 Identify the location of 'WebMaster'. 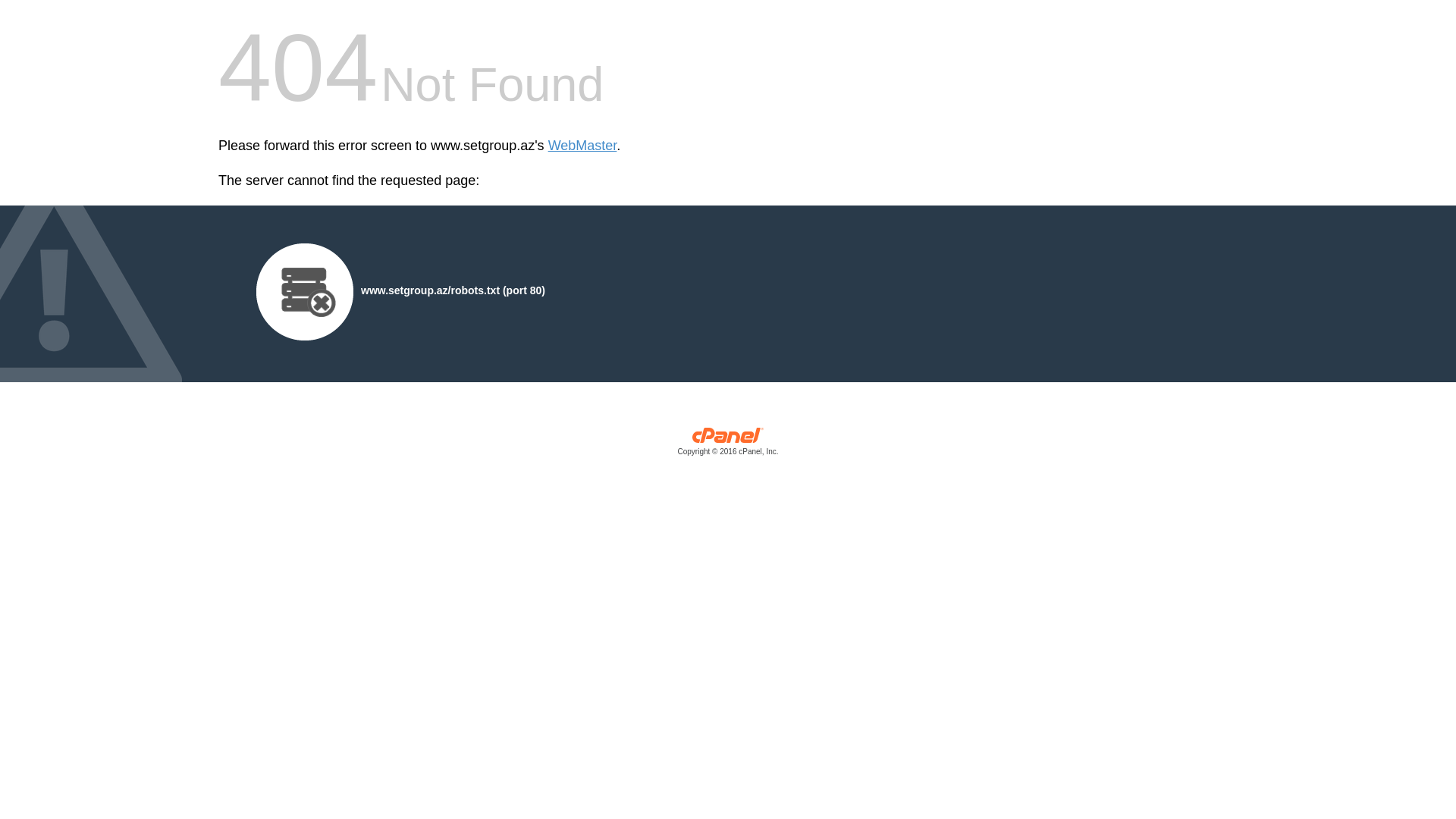
(582, 146).